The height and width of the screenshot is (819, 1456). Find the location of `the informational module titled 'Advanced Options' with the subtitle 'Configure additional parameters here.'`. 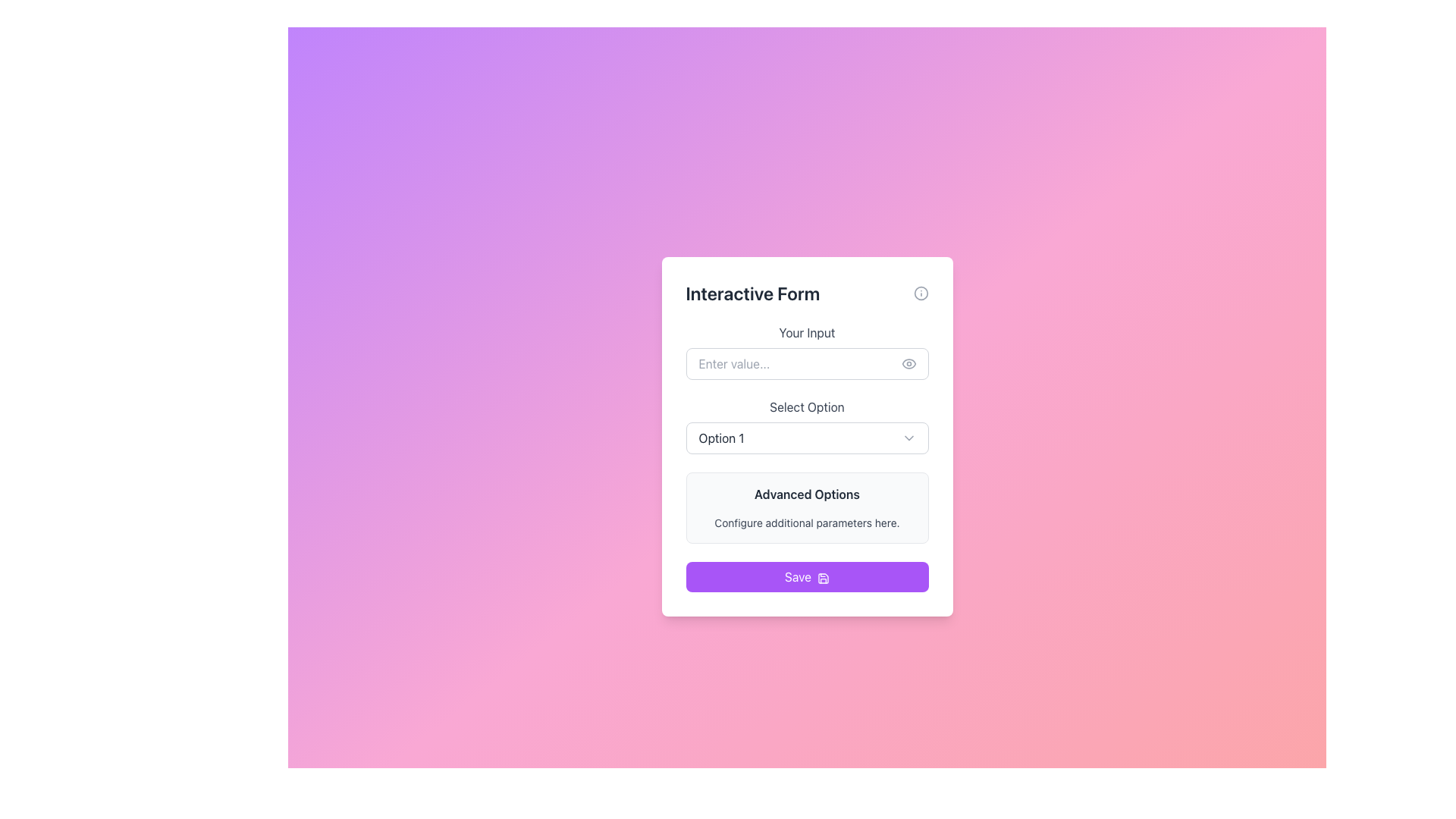

the informational module titled 'Advanced Options' with the subtitle 'Configure additional parameters here.' is located at coordinates (806, 508).